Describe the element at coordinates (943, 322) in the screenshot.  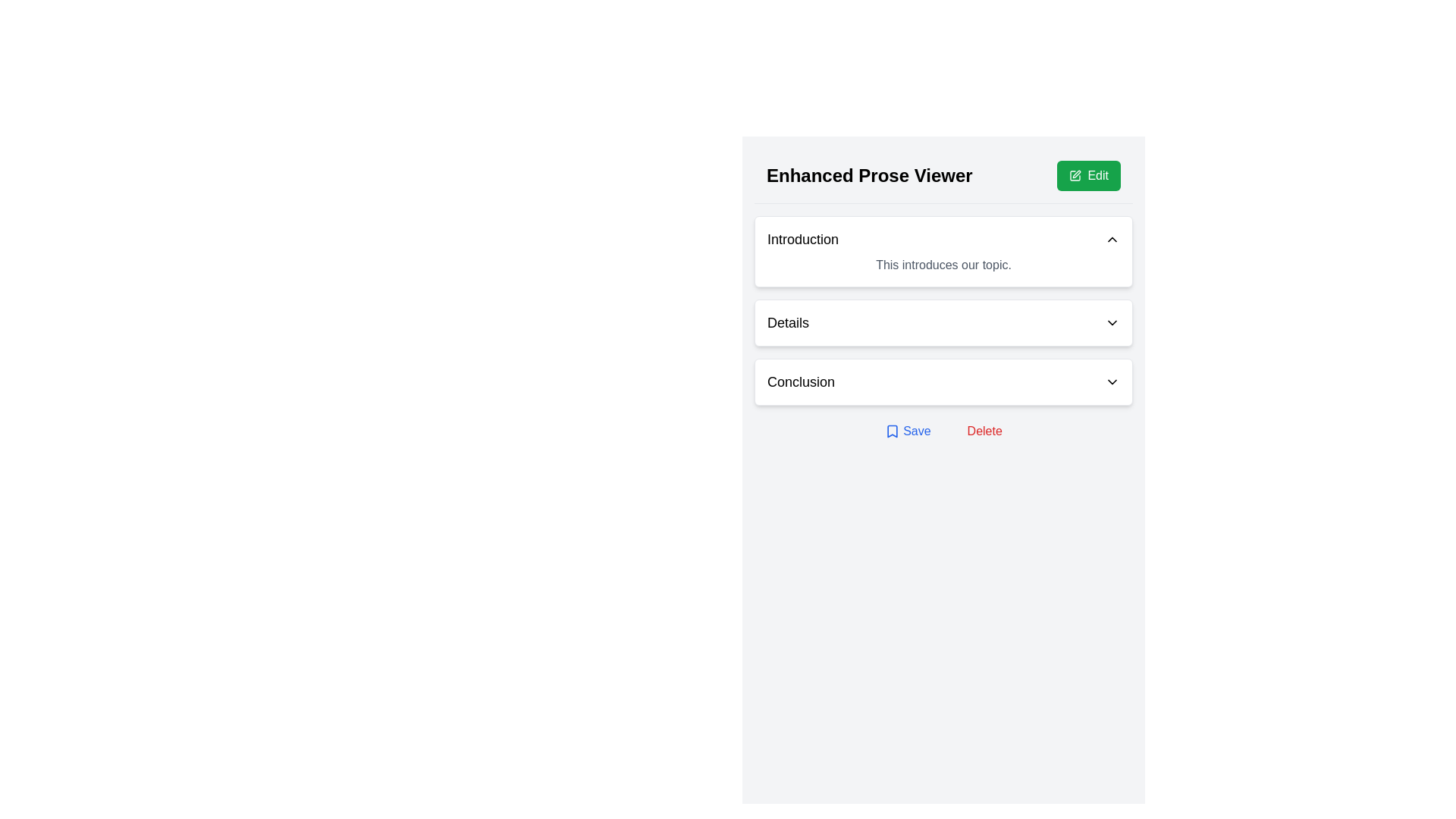
I see `the keyboard interaction on the 'Details' dropdown toggle` at that location.